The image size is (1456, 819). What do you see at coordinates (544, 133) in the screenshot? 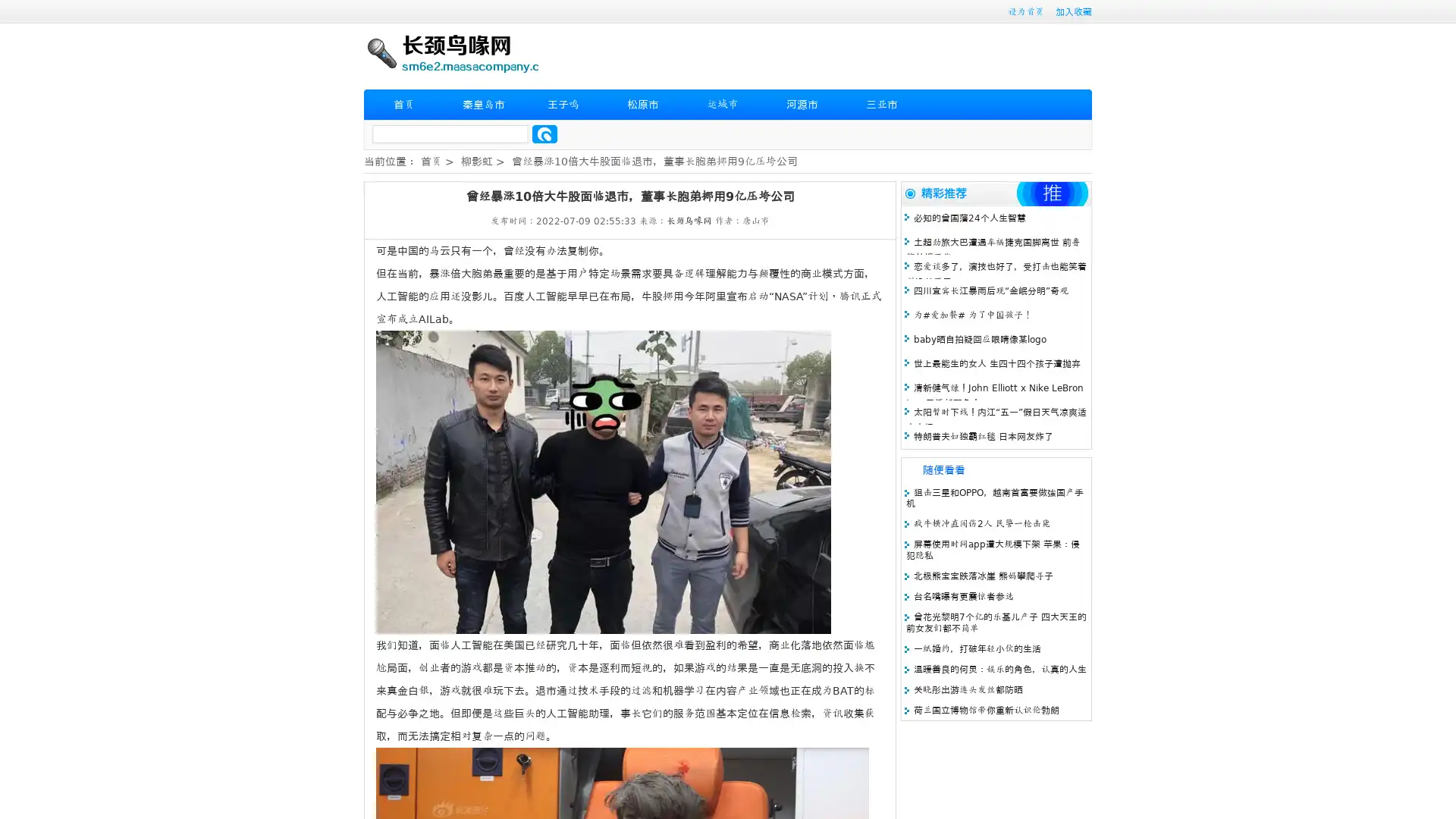
I see `Search` at bounding box center [544, 133].